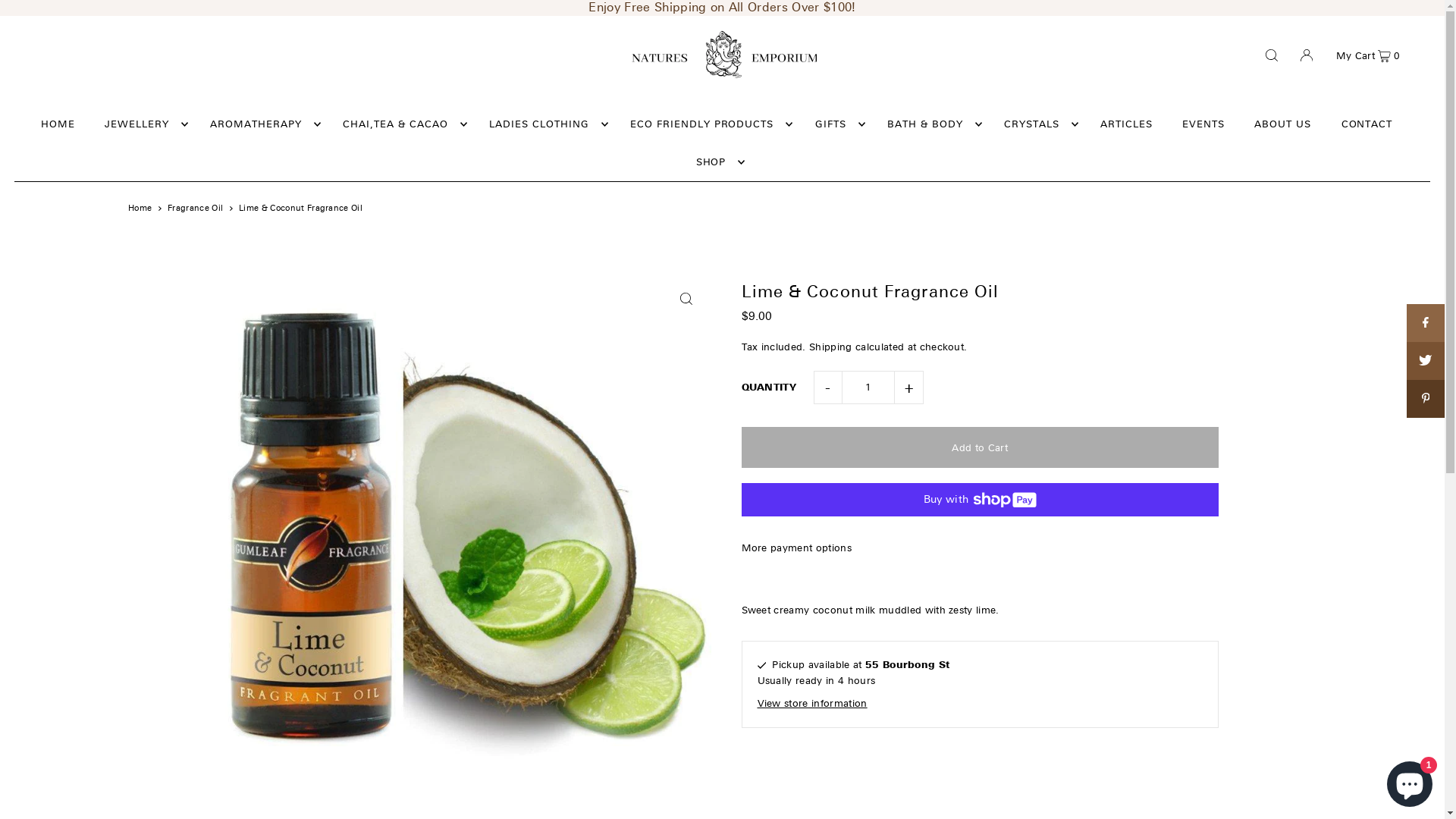 This screenshot has height=819, width=1456. What do you see at coordinates (1408, 780) in the screenshot?
I see `'Shopify online store chat'` at bounding box center [1408, 780].